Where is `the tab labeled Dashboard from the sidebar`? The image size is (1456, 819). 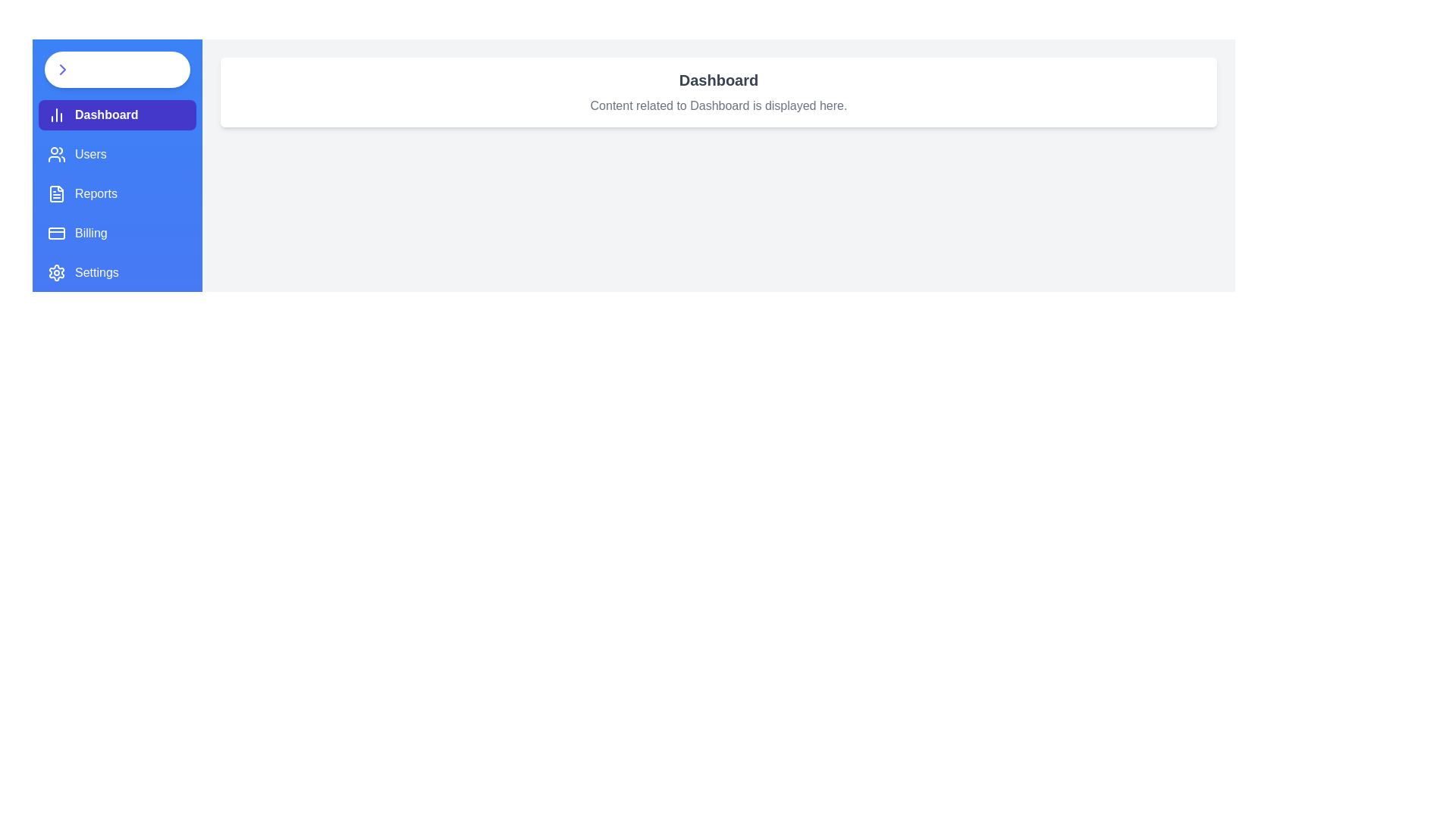 the tab labeled Dashboard from the sidebar is located at coordinates (116, 114).